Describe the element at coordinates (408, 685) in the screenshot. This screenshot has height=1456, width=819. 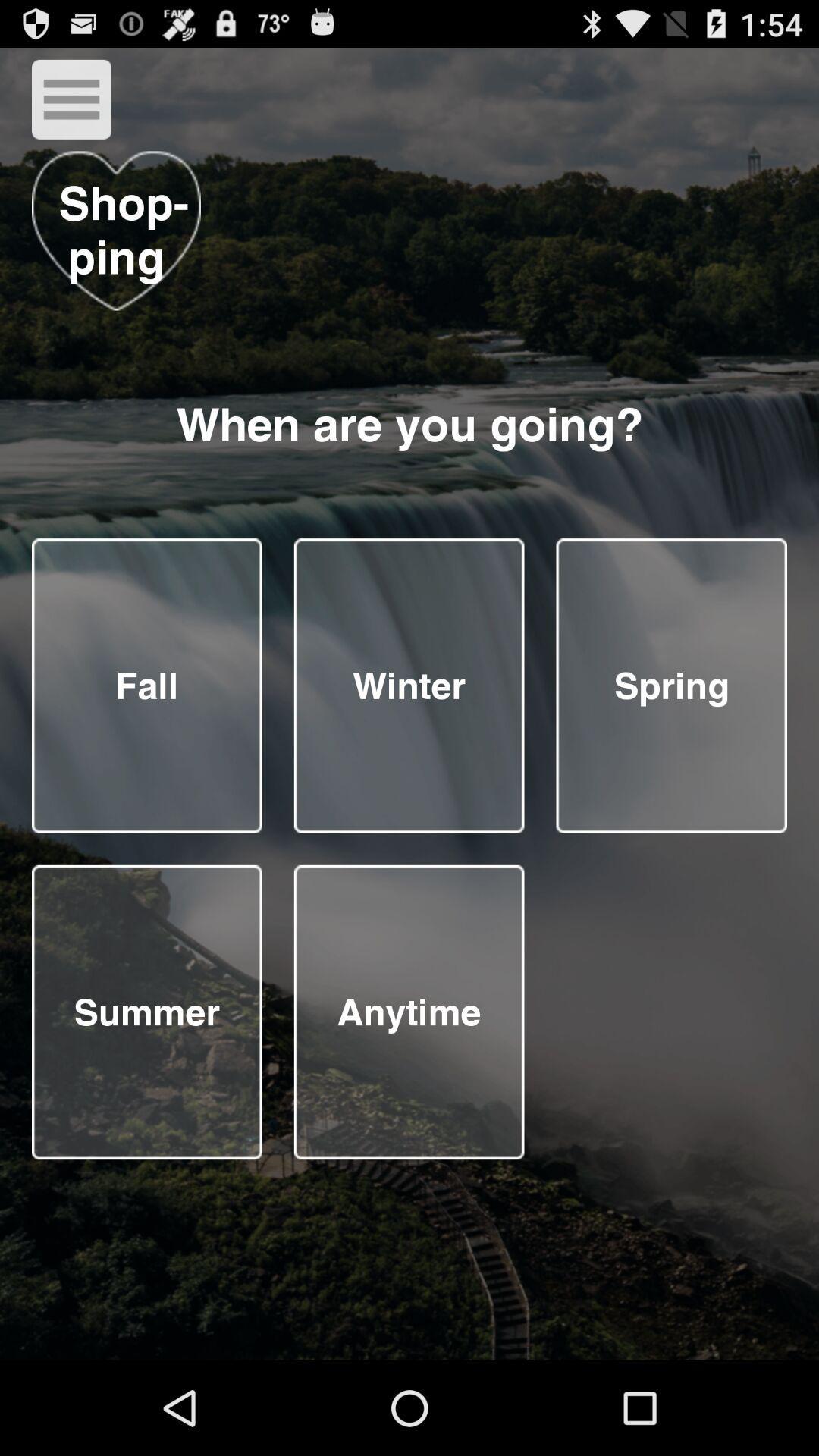
I see `menu page` at that location.